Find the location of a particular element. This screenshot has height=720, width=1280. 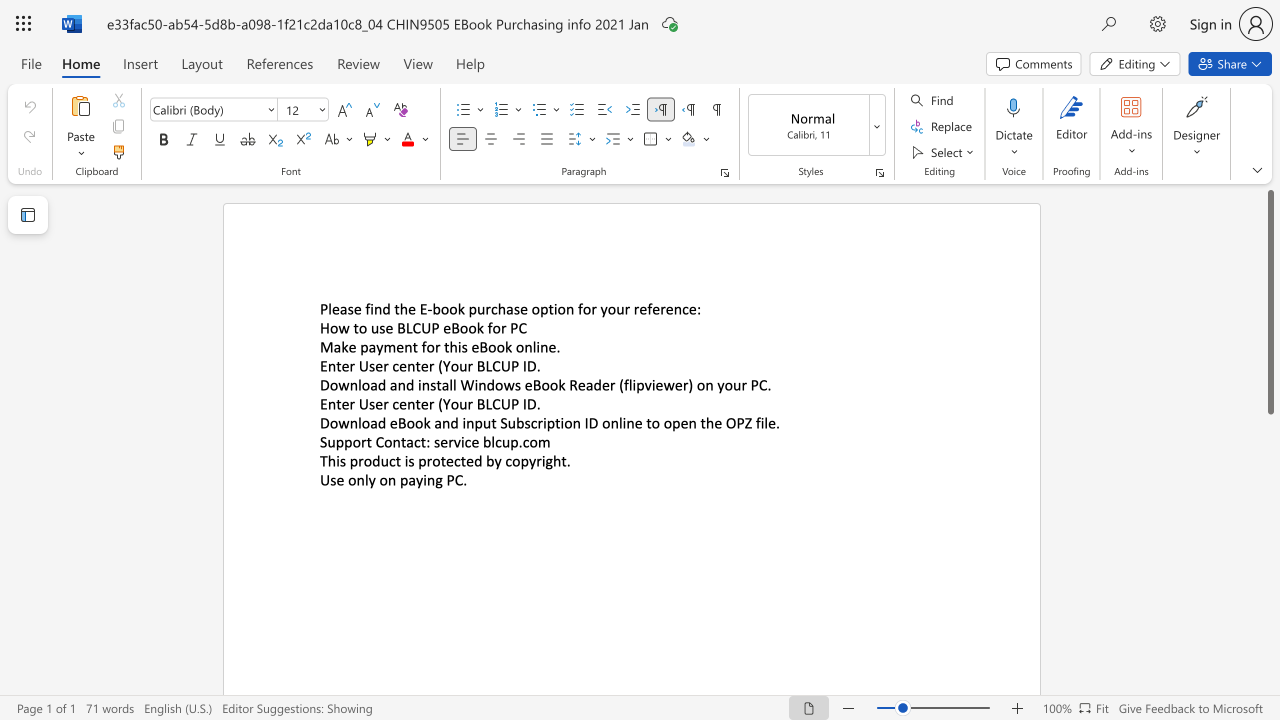

the scrollbar to move the content lower is located at coordinates (1269, 540).